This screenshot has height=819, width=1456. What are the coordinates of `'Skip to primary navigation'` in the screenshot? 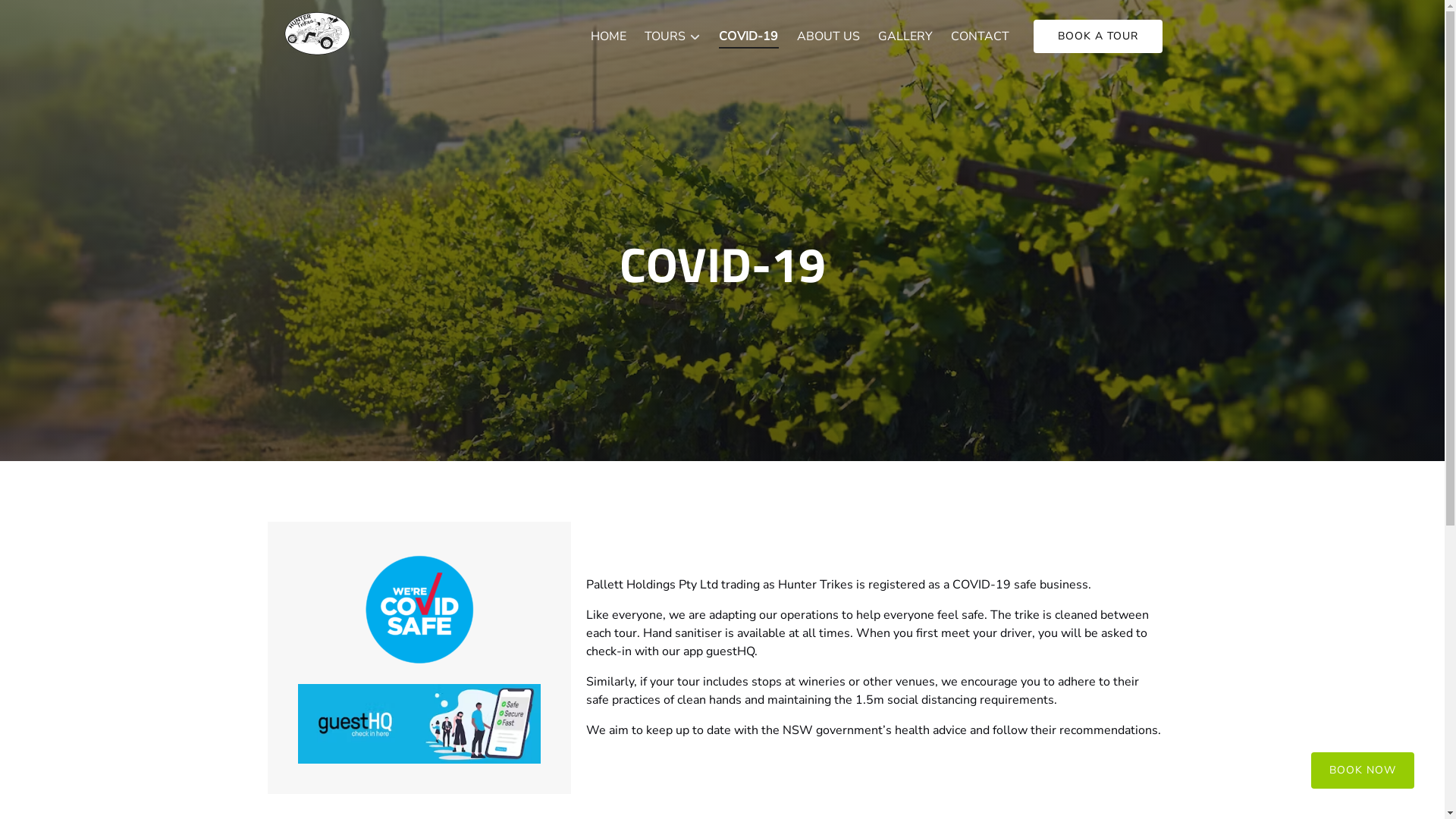 It's located at (77, 17).